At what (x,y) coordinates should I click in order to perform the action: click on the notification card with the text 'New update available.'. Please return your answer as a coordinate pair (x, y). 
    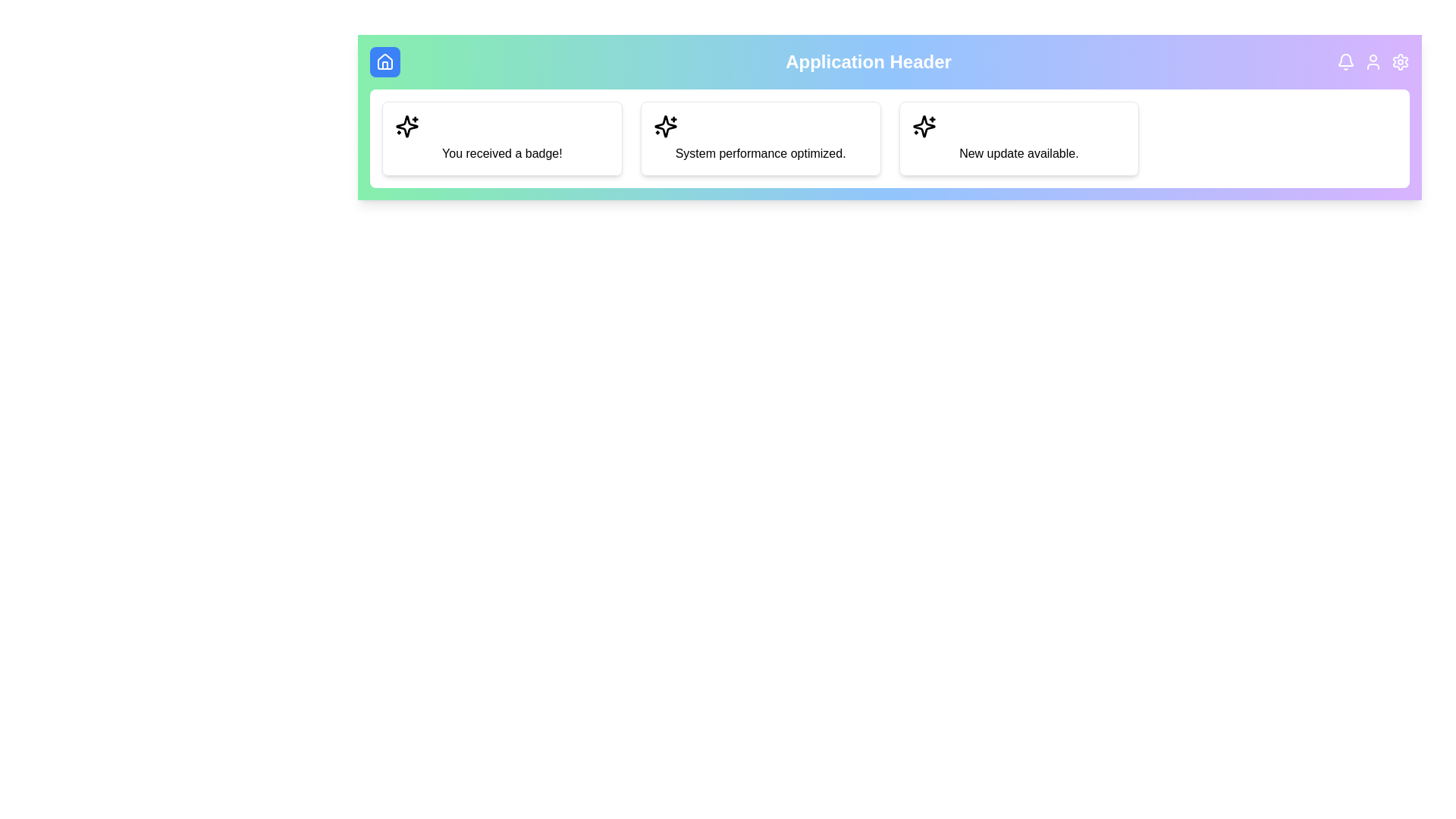
    Looking at the image, I should click on (1018, 138).